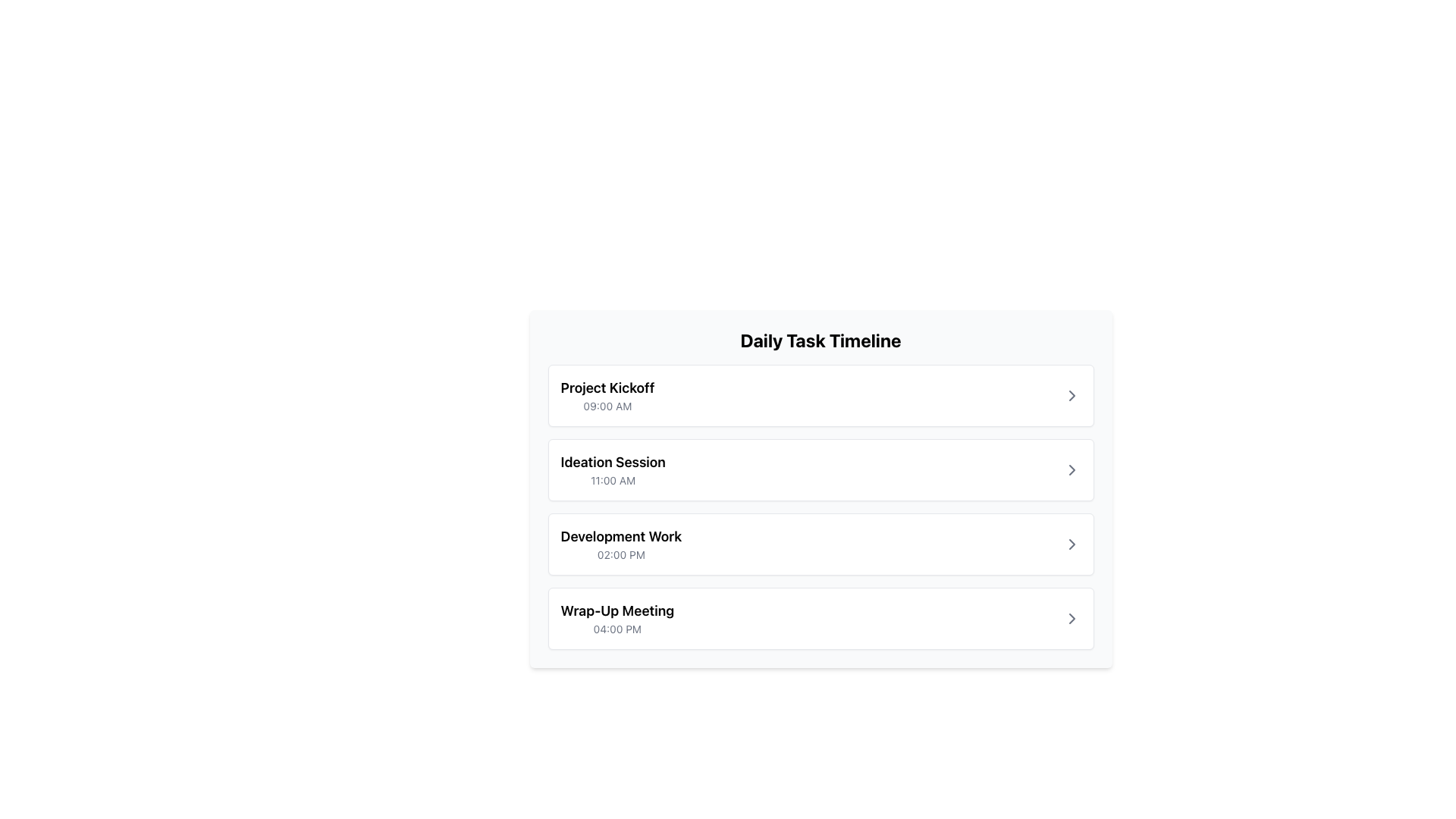 The image size is (1456, 819). I want to click on the topmost card in the Daily Task Timeline list that displays 'Project Kickoff' and '09:00 AM', so click(820, 394).